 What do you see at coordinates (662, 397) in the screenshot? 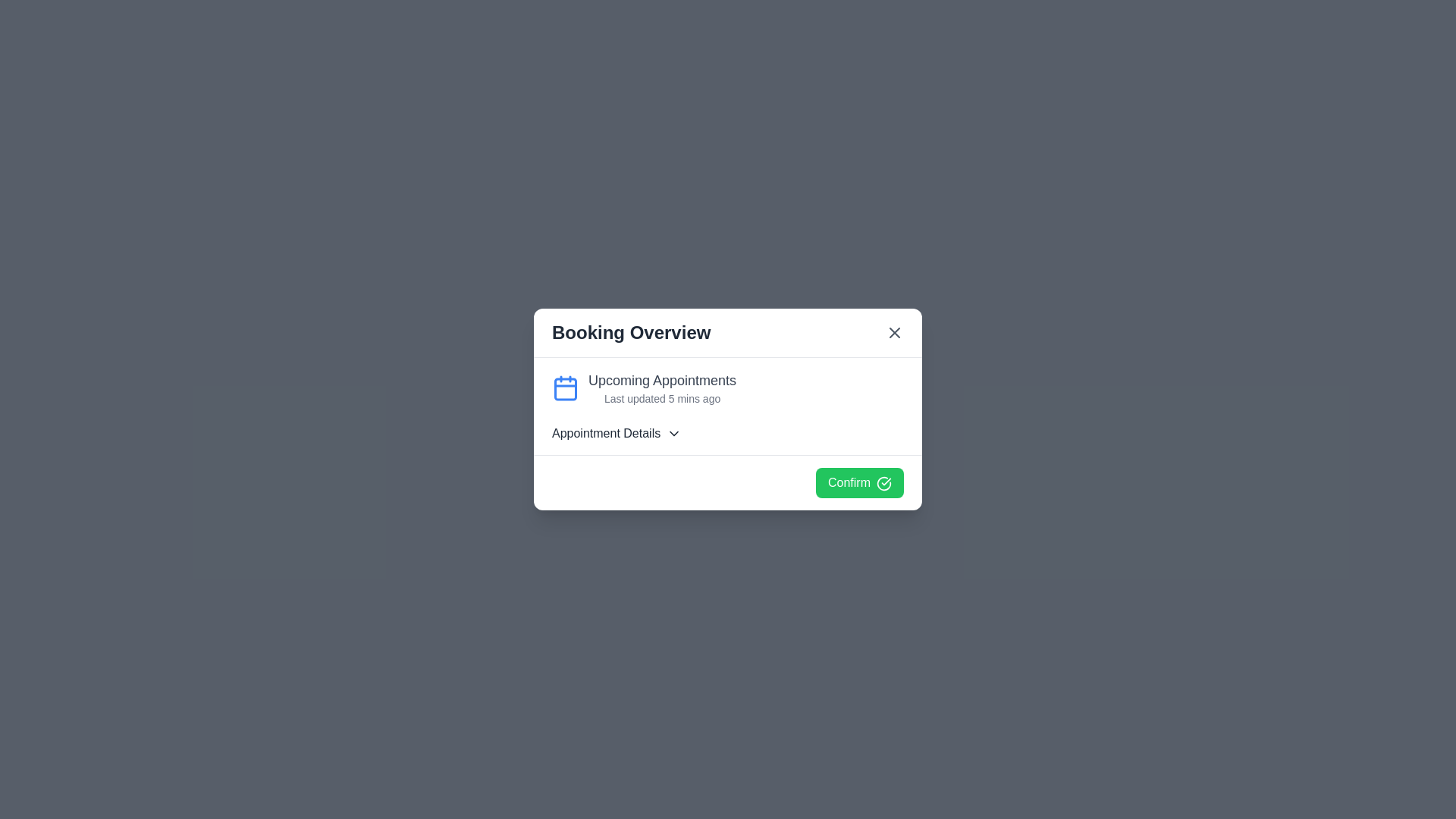
I see `static text label that says 'Last updated 5 mins ago', which is styled in a smaller gray font and located below the 'Upcoming Appointments' heading in the 'Booking Overview' modal` at bounding box center [662, 397].